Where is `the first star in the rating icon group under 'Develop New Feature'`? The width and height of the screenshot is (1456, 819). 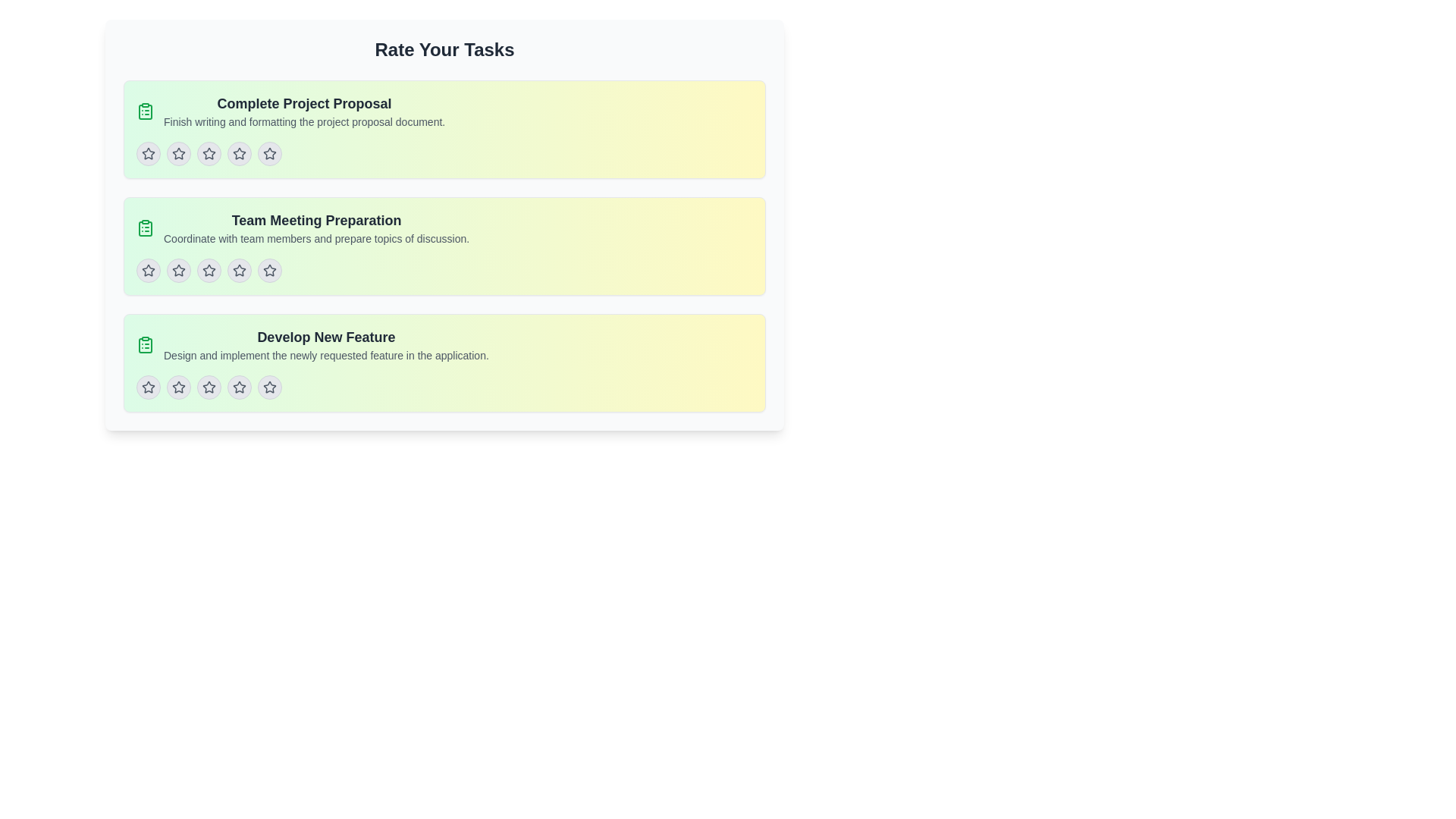
the first star in the rating icon group under 'Develop New Feature' is located at coordinates (178, 386).